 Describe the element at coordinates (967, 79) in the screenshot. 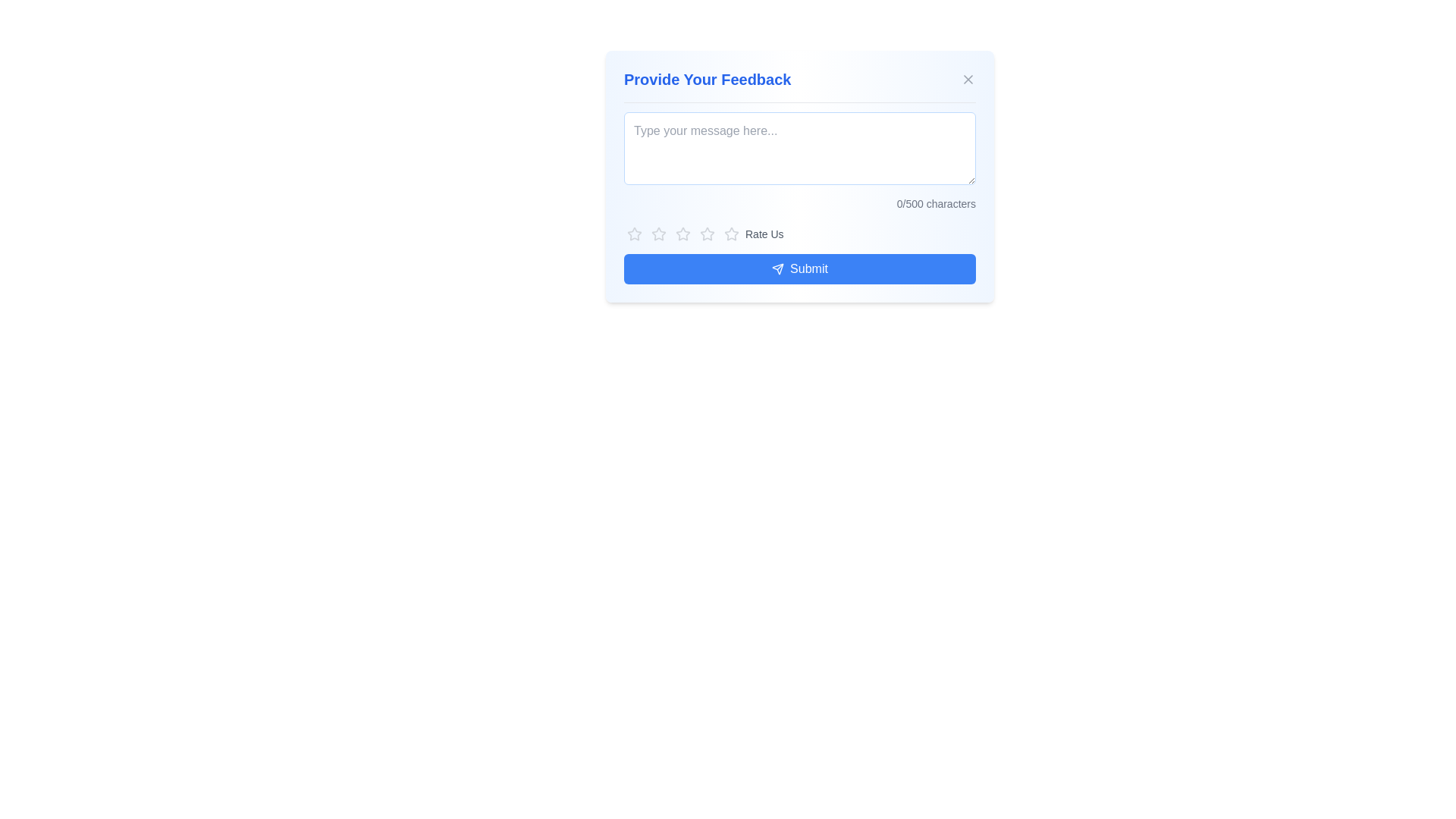

I see `the diagonal cross icon at the top-right corner of the feedback form` at that location.